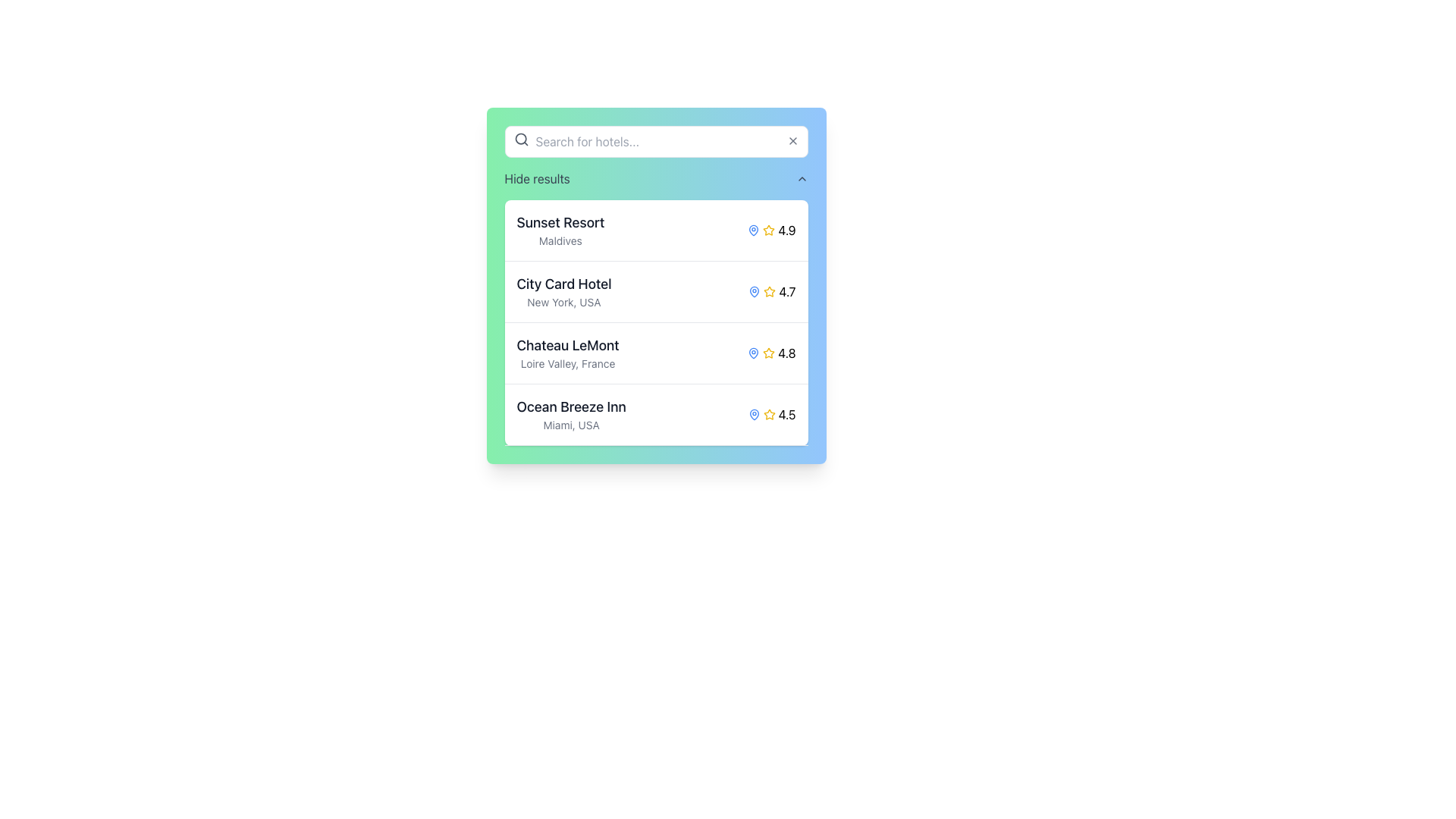  Describe the element at coordinates (769, 353) in the screenshot. I see `the yellow star icon representing 'Chateau LeMont' located in the third row, adjacent to the rating text '4.8'` at that location.